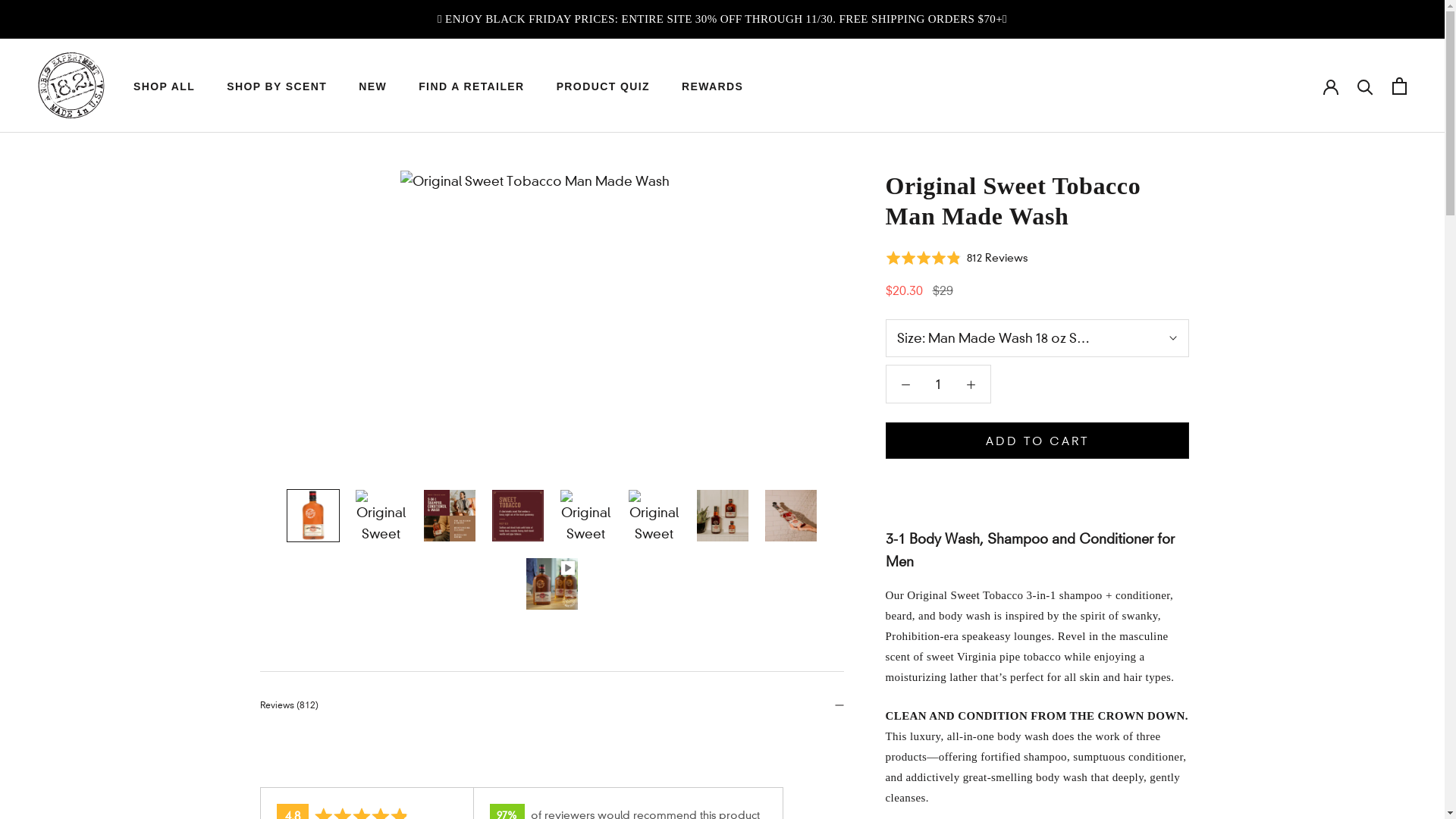 The width and height of the screenshot is (1456, 819). Describe the element at coordinates (225, 86) in the screenshot. I see `'SHOP BY SCENT'` at that location.